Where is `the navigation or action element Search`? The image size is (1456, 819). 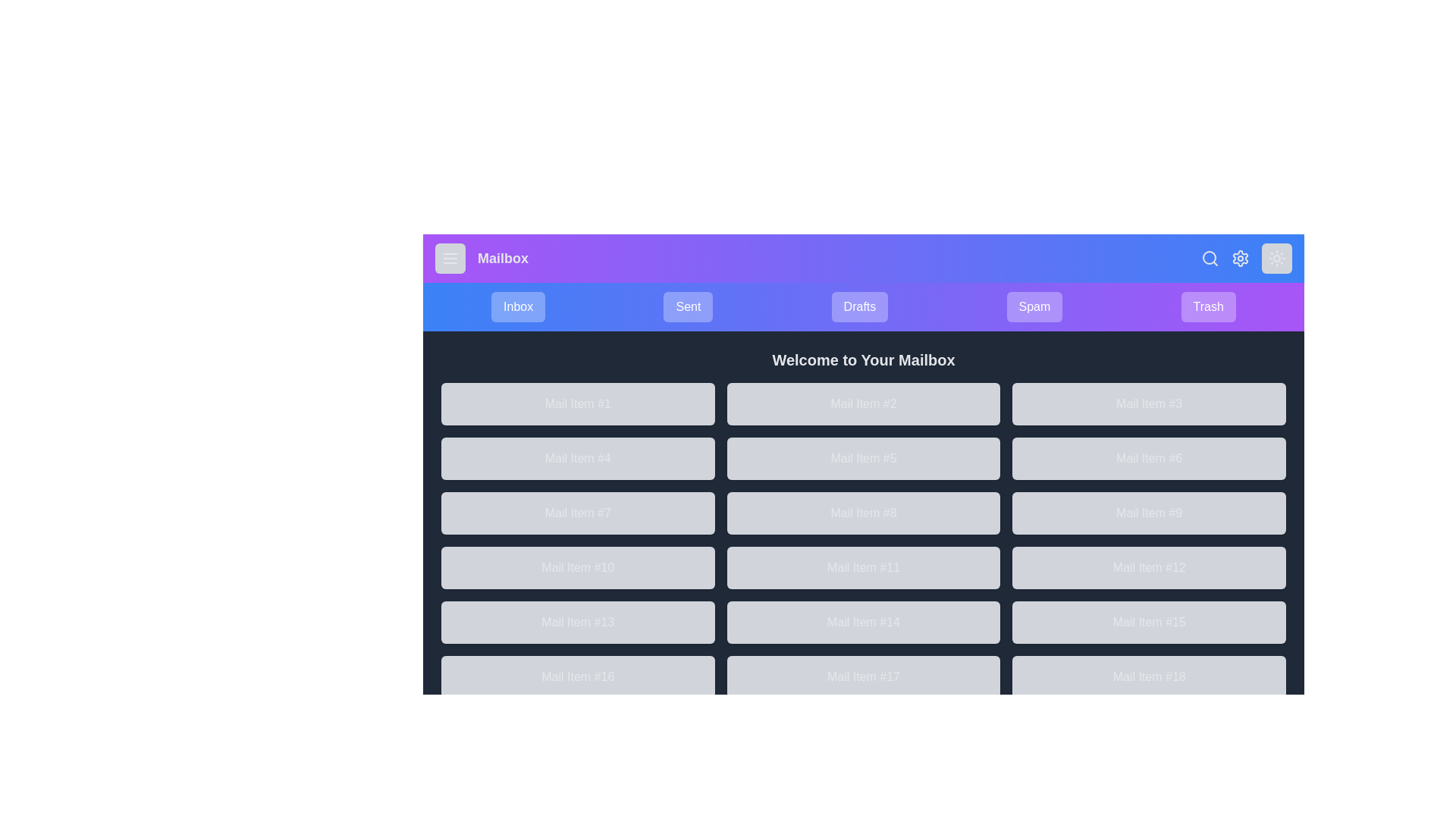 the navigation or action element Search is located at coordinates (1210, 257).